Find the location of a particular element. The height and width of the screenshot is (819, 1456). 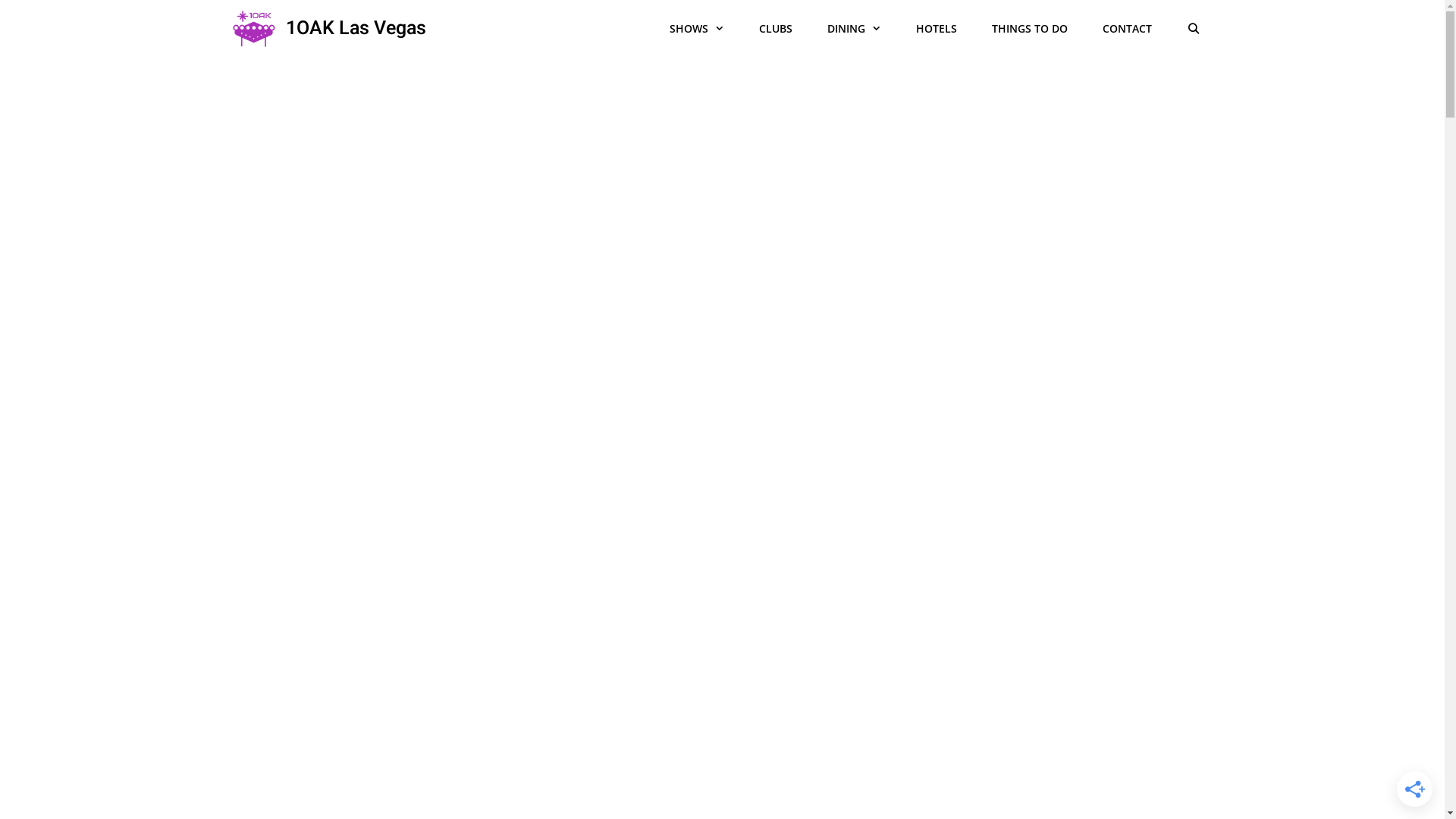

'1OAK Las Vegas' is located at coordinates (355, 29).